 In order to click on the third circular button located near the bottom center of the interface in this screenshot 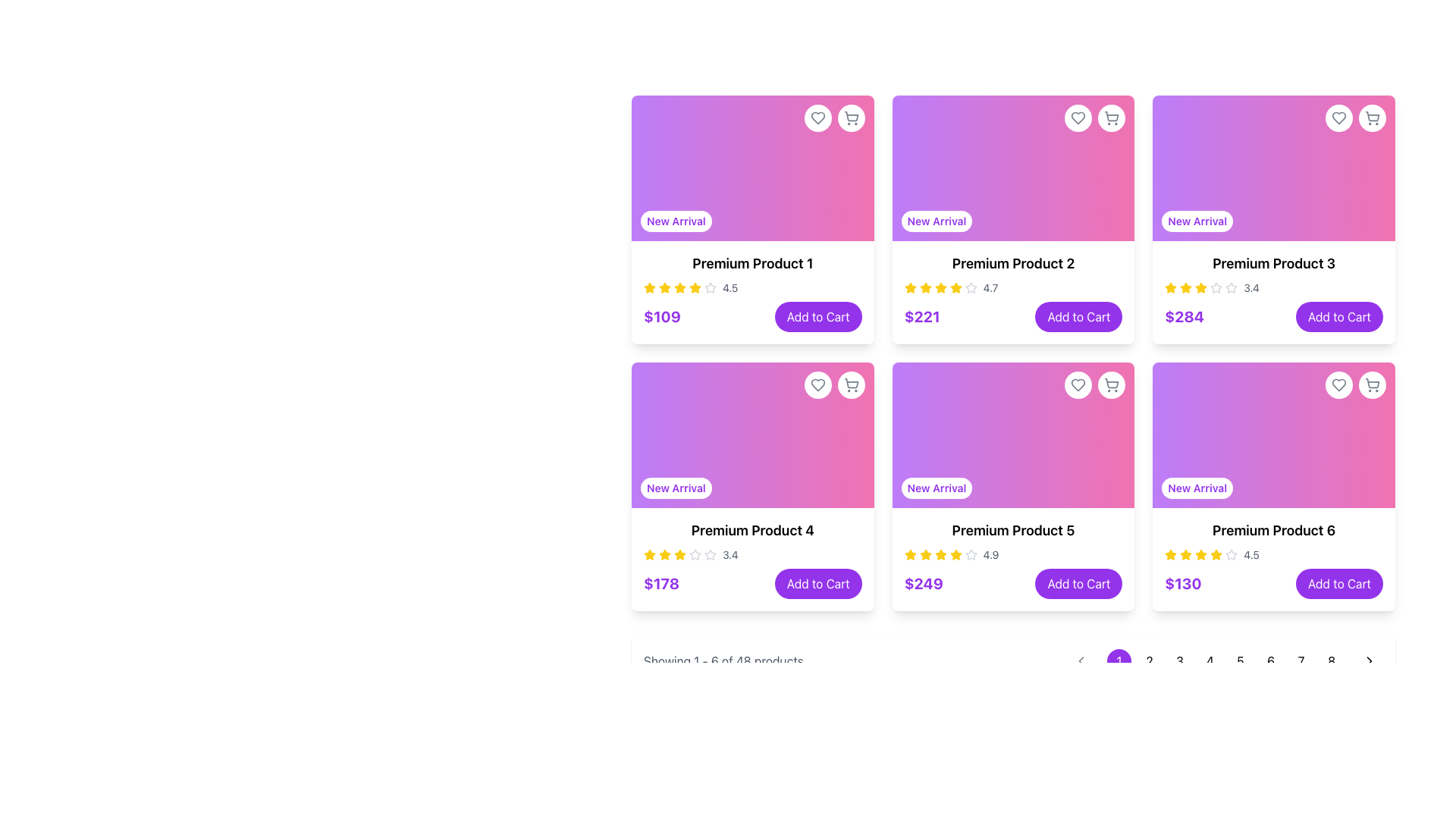, I will do `click(1178, 660)`.